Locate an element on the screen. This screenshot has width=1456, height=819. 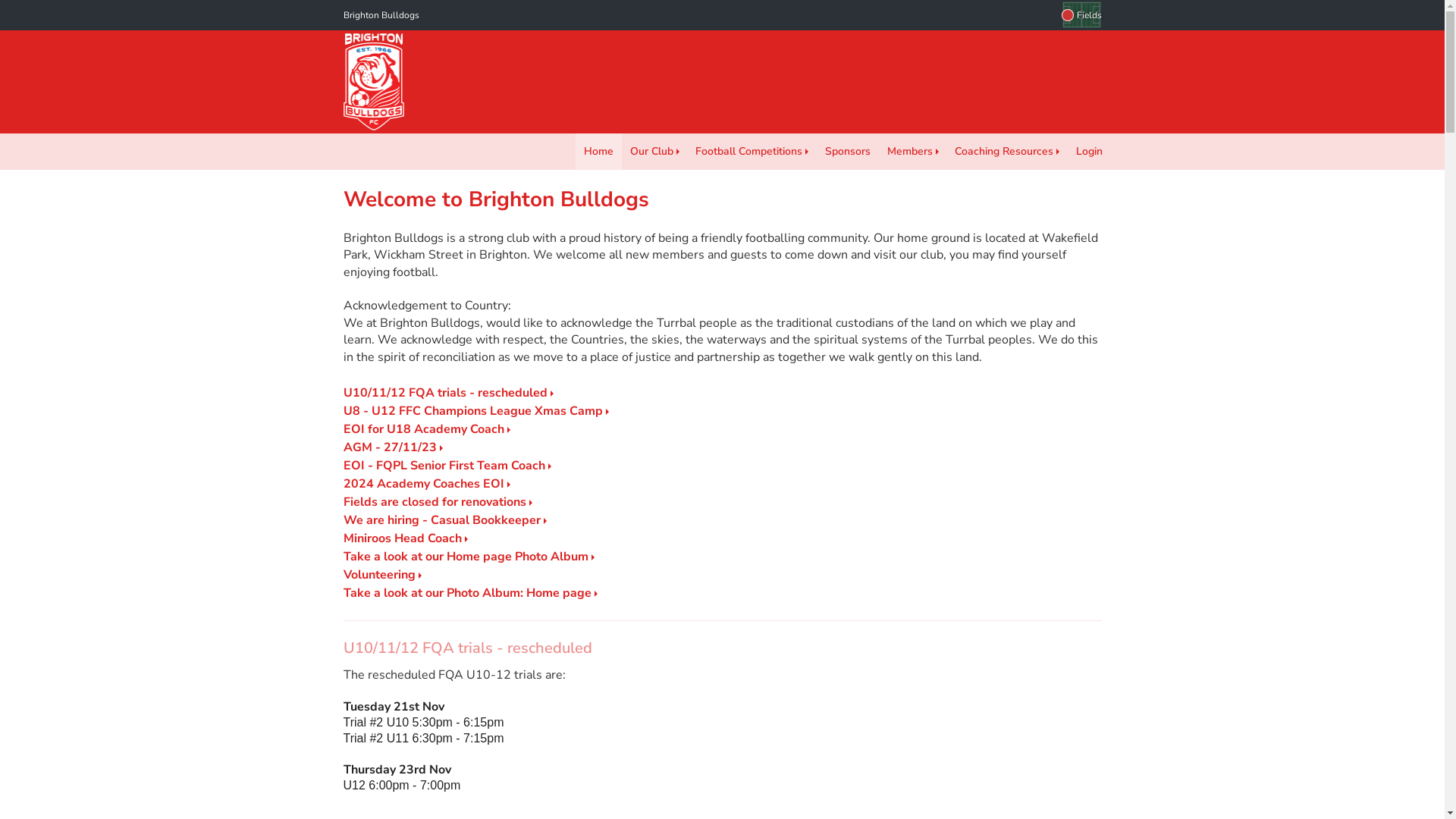
'Brighton Bulldogs' is located at coordinates (381, 14).